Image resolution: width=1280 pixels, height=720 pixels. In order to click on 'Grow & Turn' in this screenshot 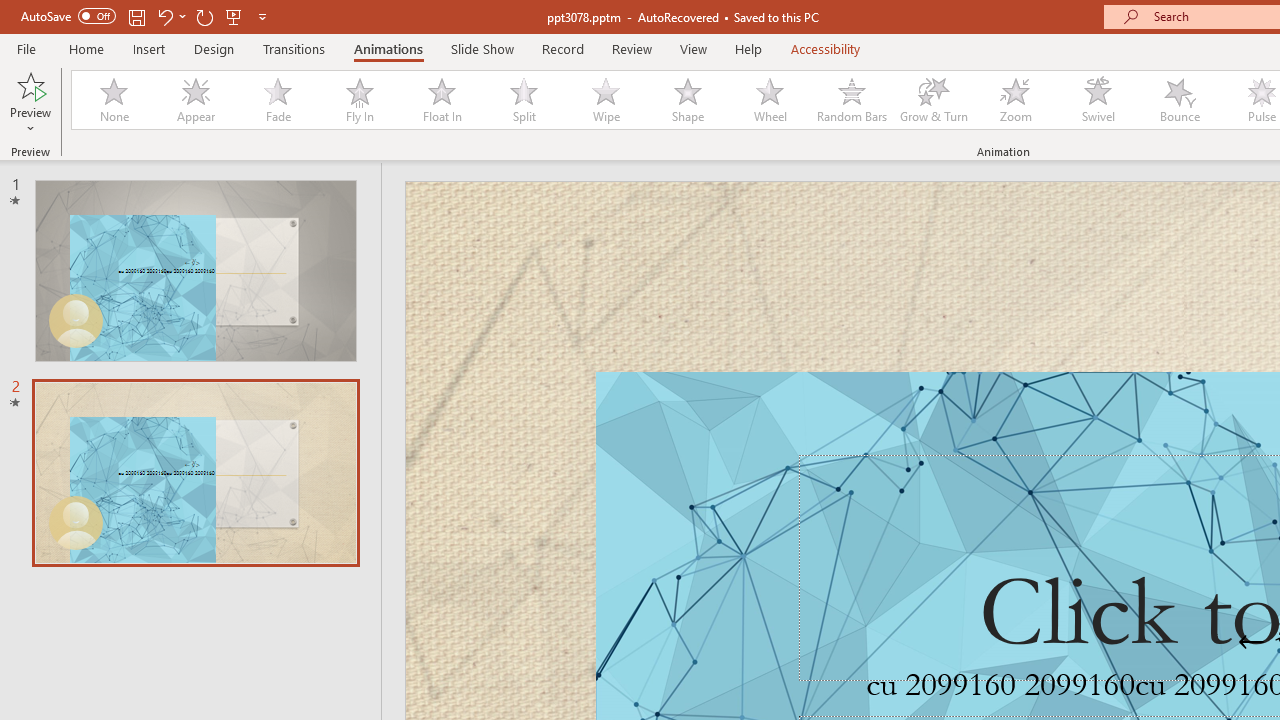, I will do `click(933, 100)`.